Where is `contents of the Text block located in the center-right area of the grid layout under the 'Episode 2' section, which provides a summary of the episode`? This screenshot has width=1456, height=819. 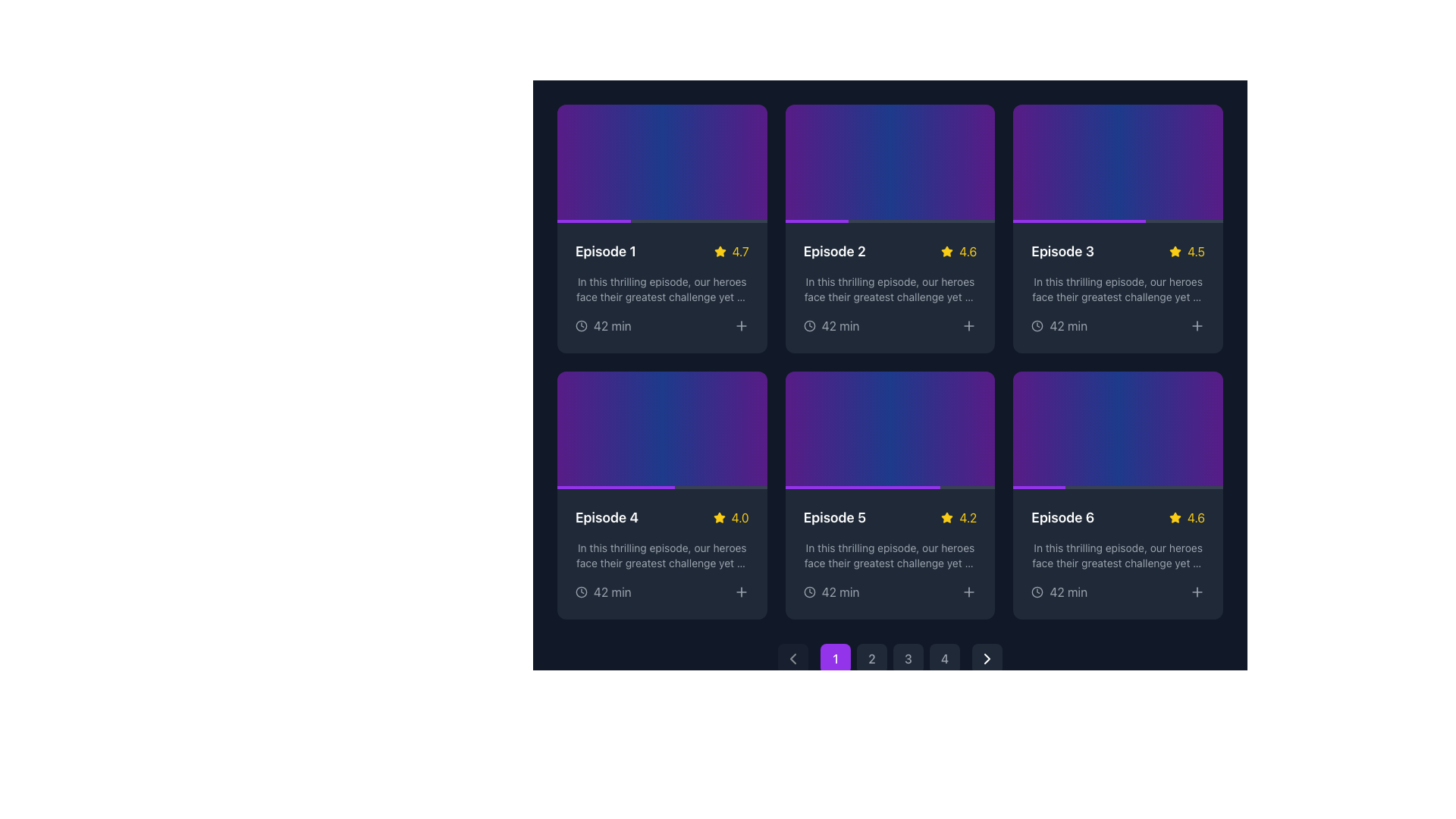 contents of the Text block located in the center-right area of the grid layout under the 'Episode 2' section, which provides a summary of the episode is located at coordinates (890, 289).